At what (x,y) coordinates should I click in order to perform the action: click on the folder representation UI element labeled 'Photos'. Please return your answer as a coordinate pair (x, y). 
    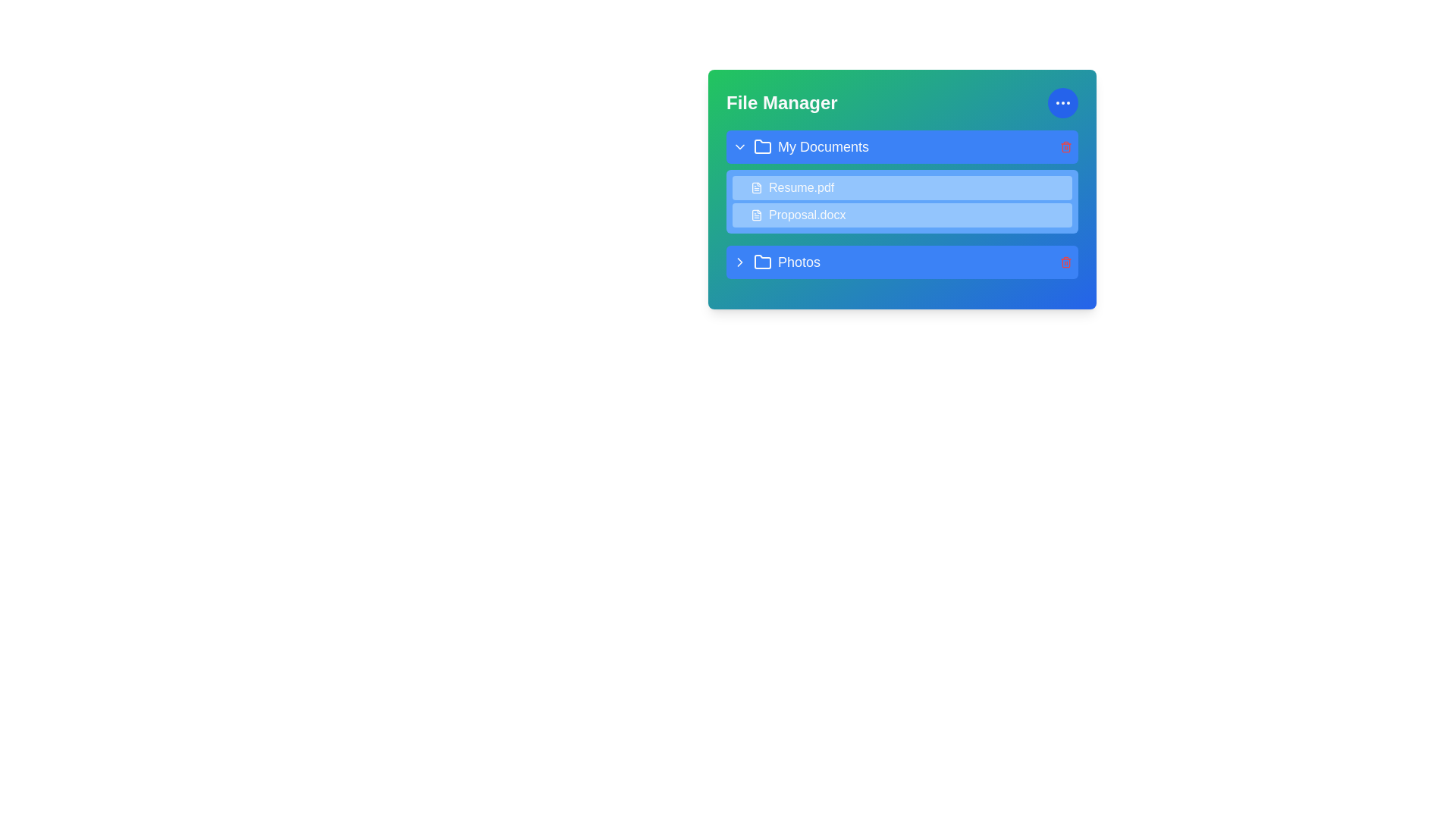
    Looking at the image, I should click on (902, 262).